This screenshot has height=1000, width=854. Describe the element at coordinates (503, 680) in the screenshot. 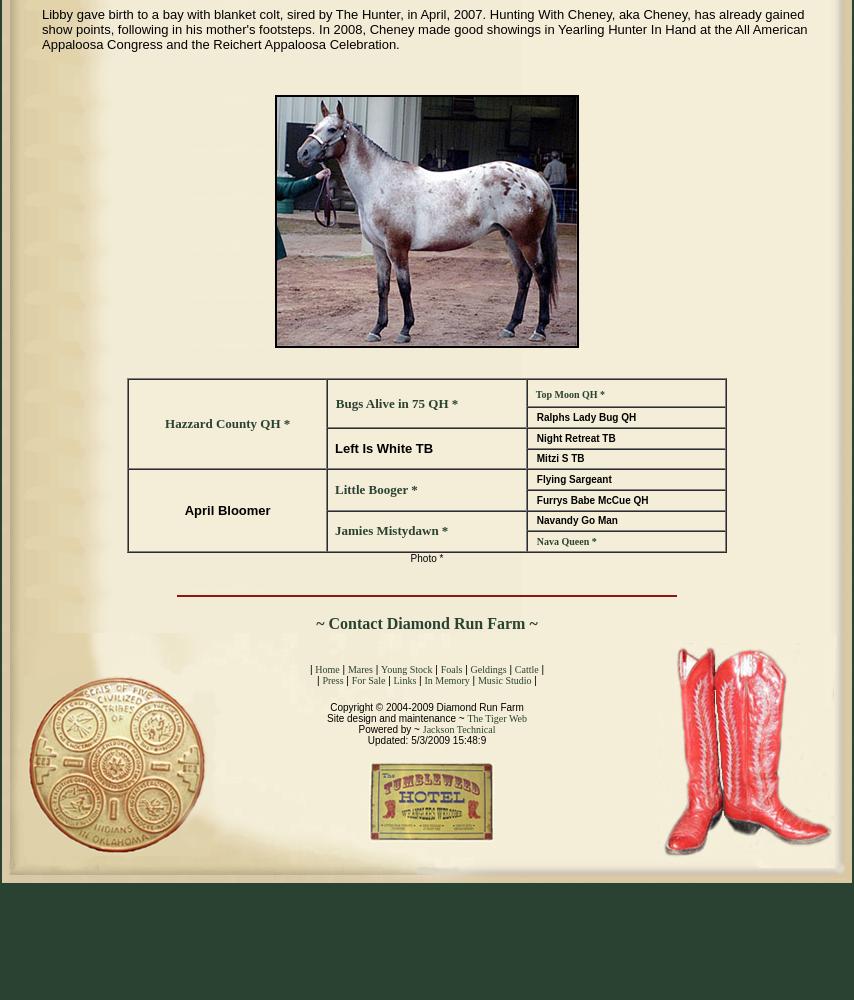

I see `'Music Studio'` at that location.